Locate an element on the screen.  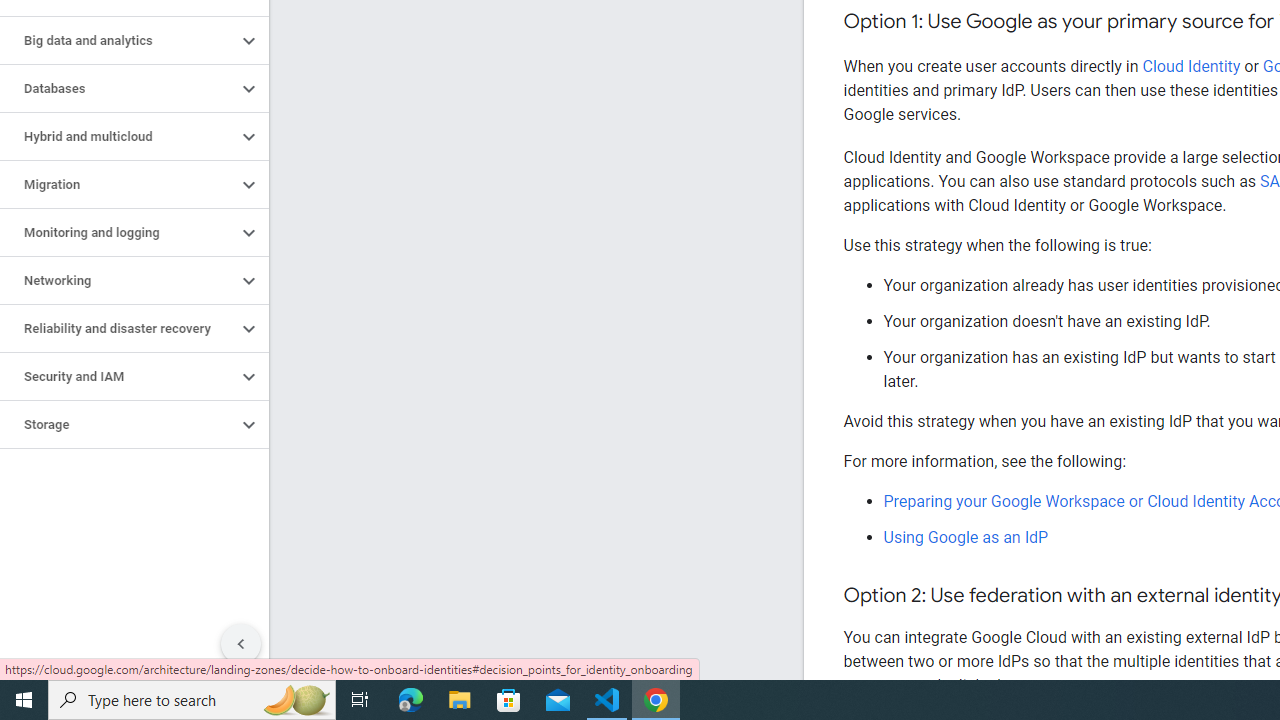
'Databases' is located at coordinates (117, 87).